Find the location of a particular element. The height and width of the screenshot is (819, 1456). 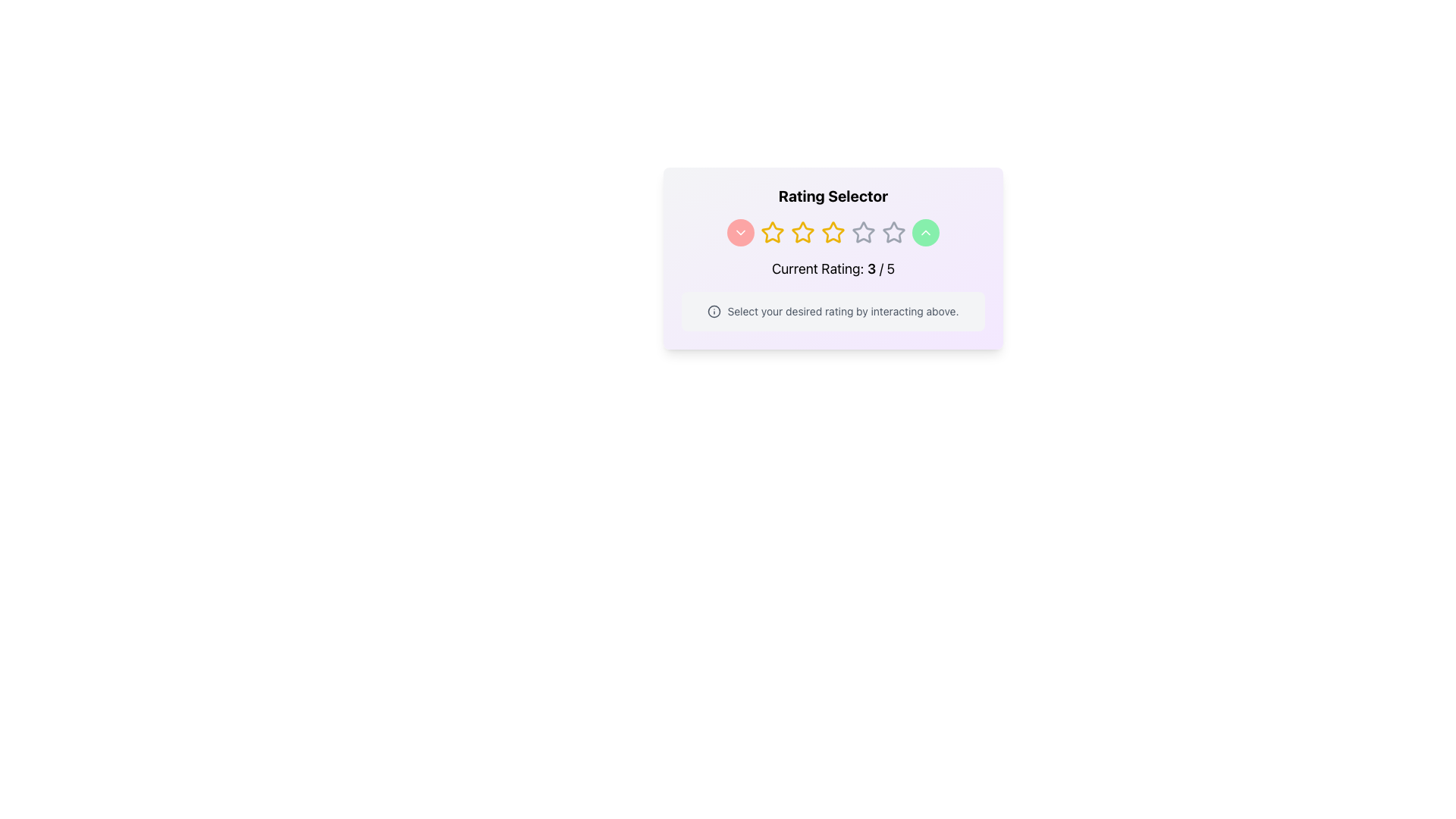

the small upward-pointing chevron icon, which is styled as a white outlined triangle on a green circular background, located within the green circular button on the right side of the rating interface is located at coordinates (924, 233).